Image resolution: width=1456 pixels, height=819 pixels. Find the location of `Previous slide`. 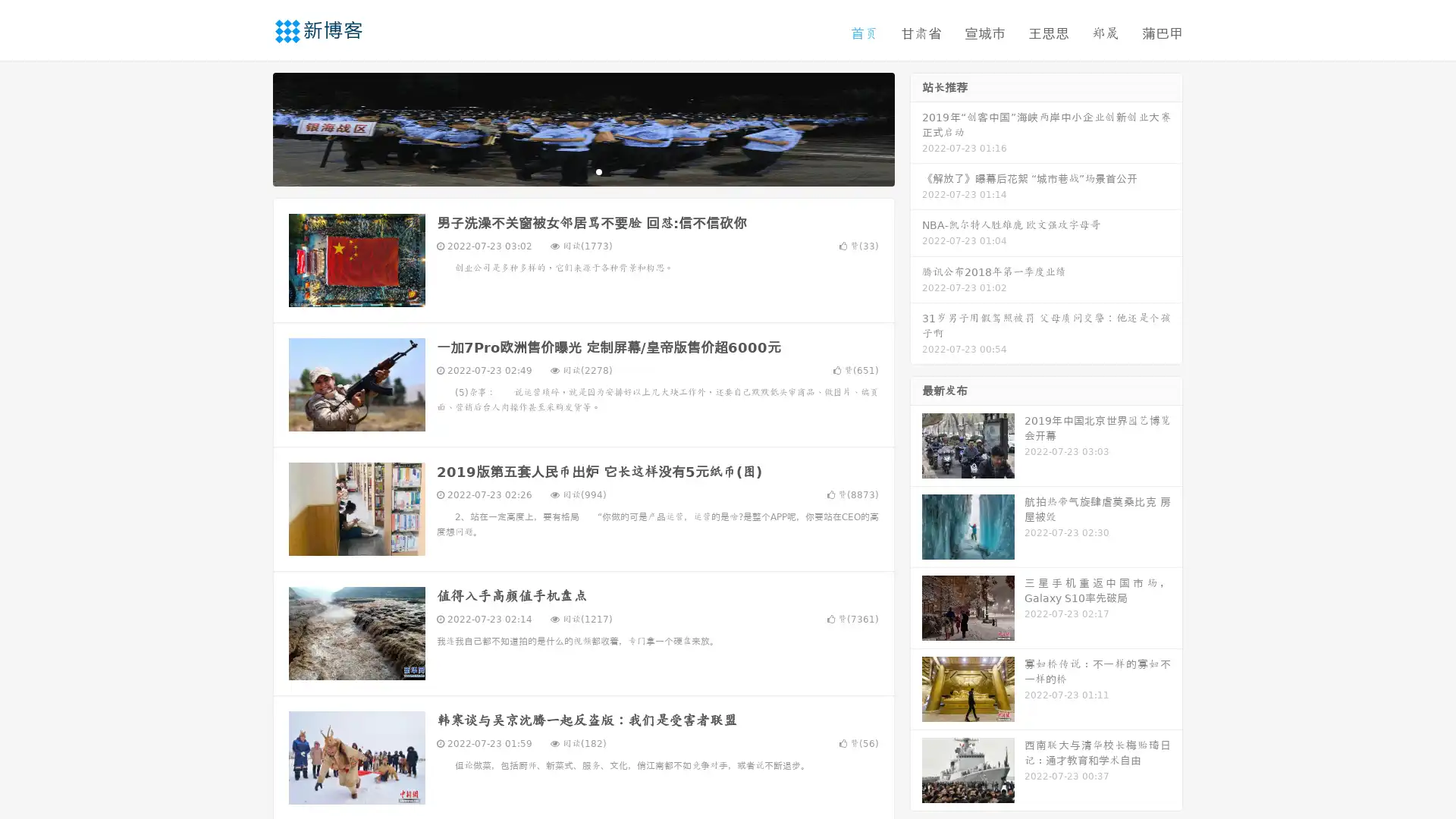

Previous slide is located at coordinates (250, 127).